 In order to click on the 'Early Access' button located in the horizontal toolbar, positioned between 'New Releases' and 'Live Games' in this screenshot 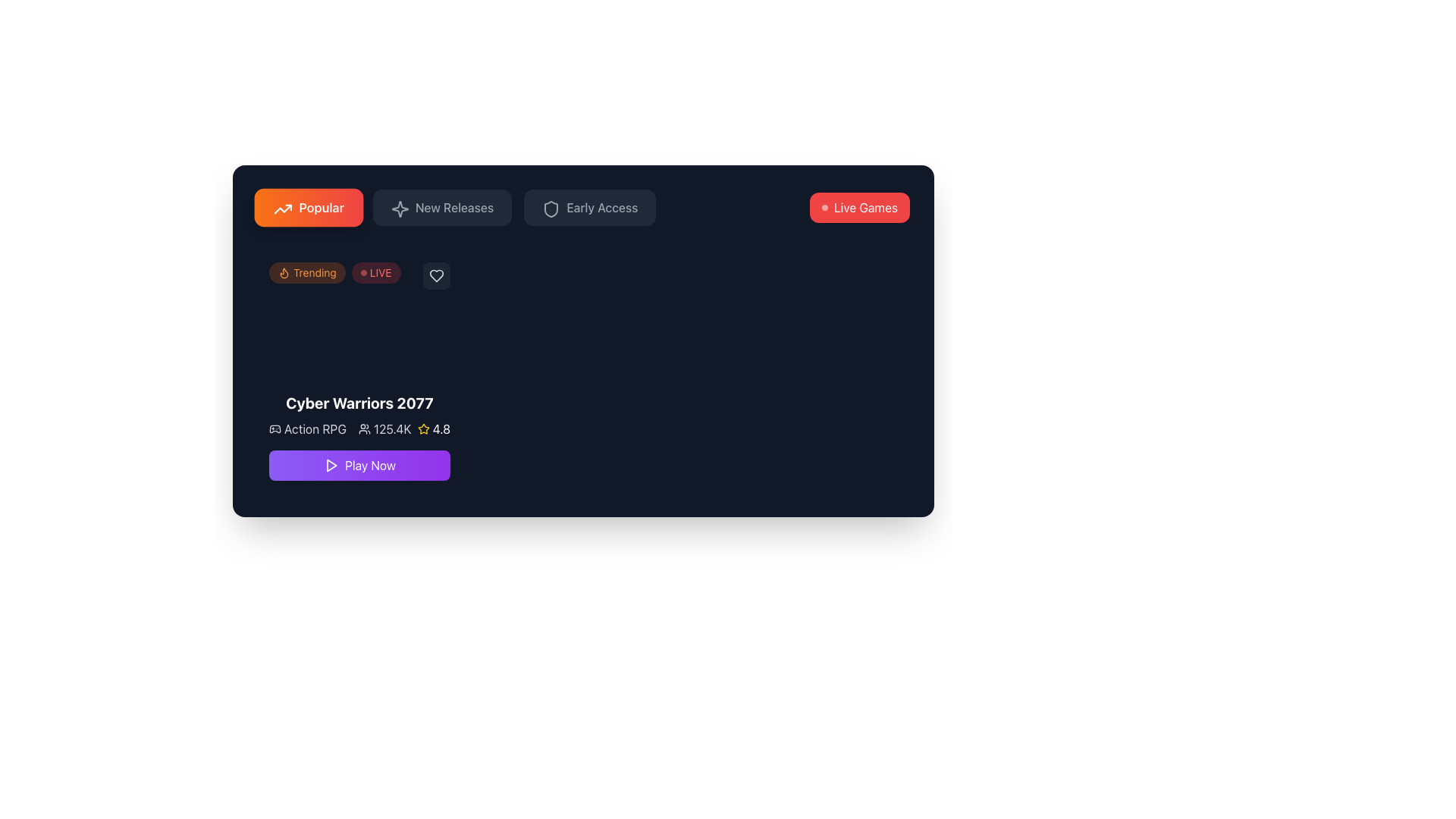, I will do `click(601, 207)`.